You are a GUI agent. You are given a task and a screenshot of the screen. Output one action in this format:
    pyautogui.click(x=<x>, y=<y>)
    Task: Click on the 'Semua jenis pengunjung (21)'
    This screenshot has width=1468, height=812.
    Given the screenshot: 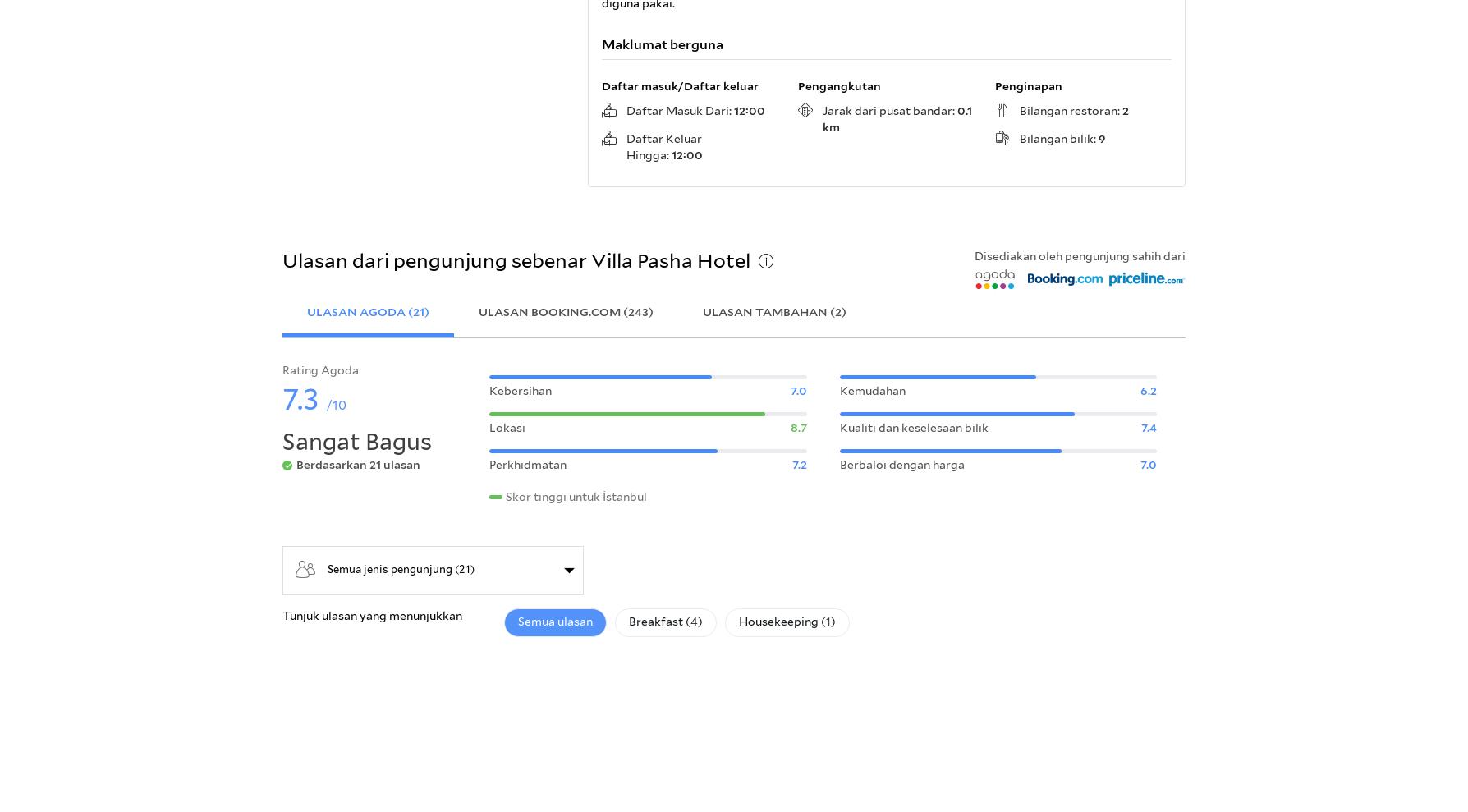 What is the action you would take?
    pyautogui.click(x=401, y=567)
    